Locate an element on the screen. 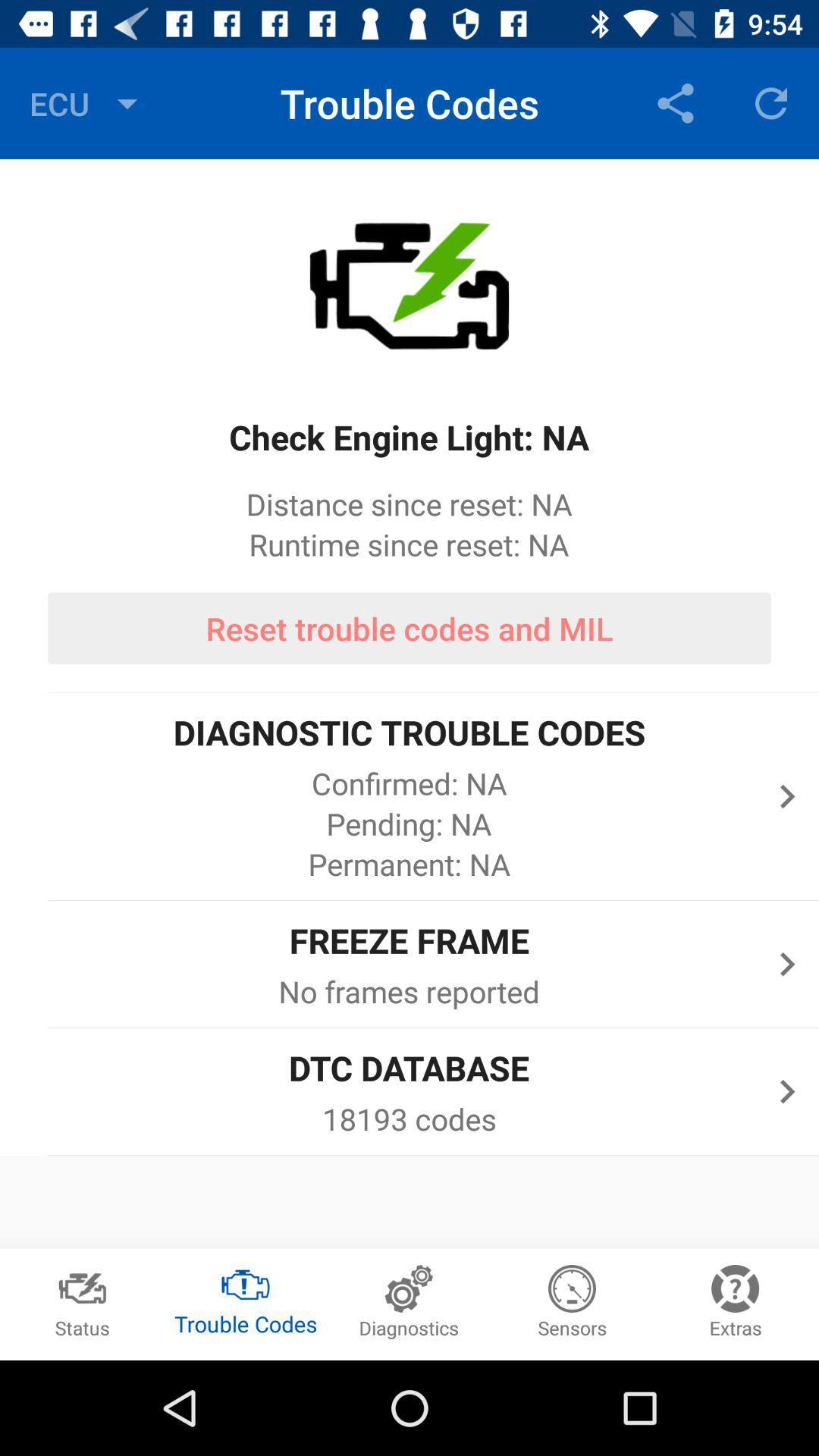 The image size is (819, 1456). the icon to the left of the trouble codes item is located at coordinates (87, 102).